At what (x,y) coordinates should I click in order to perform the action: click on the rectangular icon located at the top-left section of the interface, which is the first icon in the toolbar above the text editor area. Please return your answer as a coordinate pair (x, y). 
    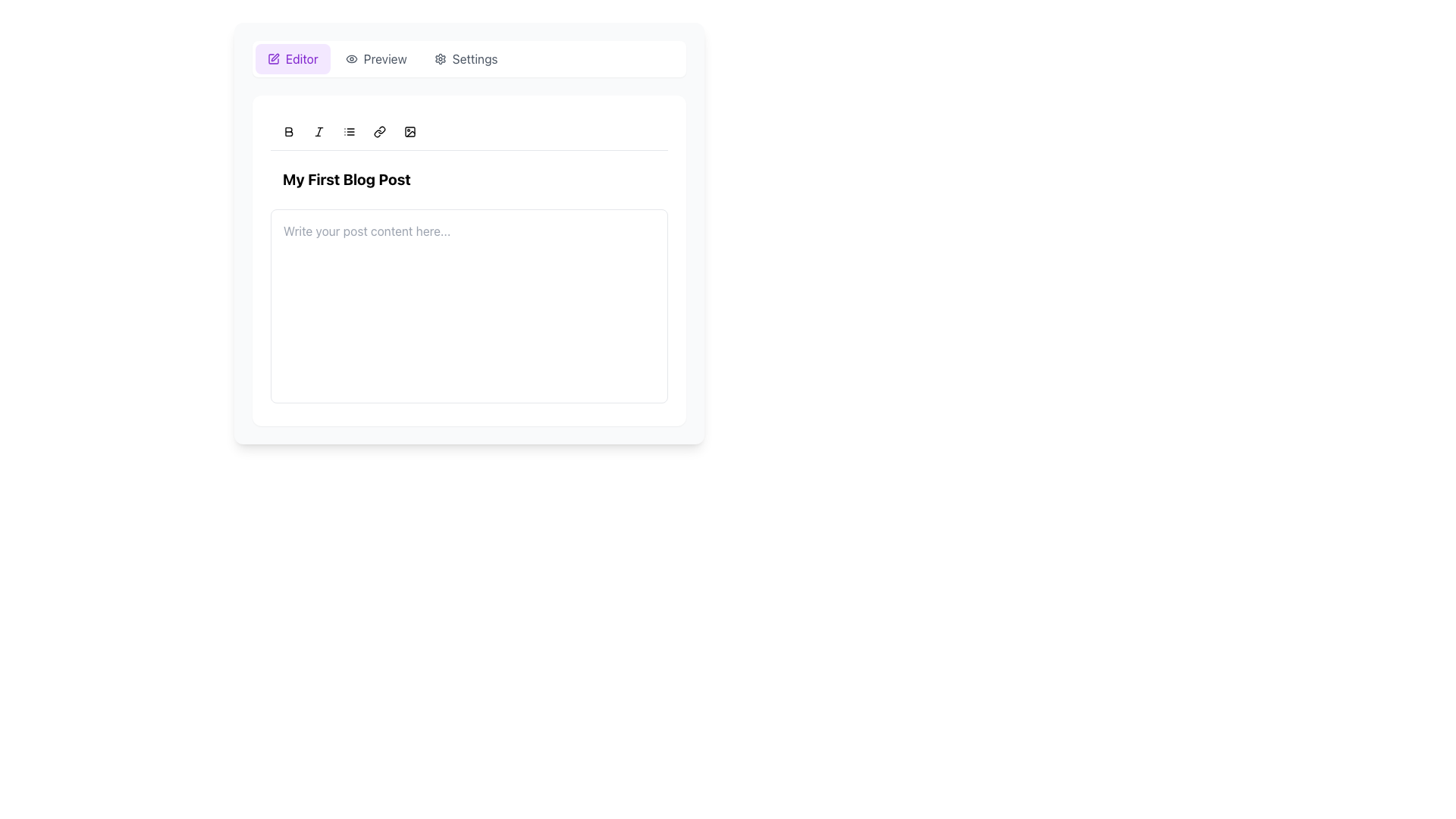
    Looking at the image, I should click on (273, 58).